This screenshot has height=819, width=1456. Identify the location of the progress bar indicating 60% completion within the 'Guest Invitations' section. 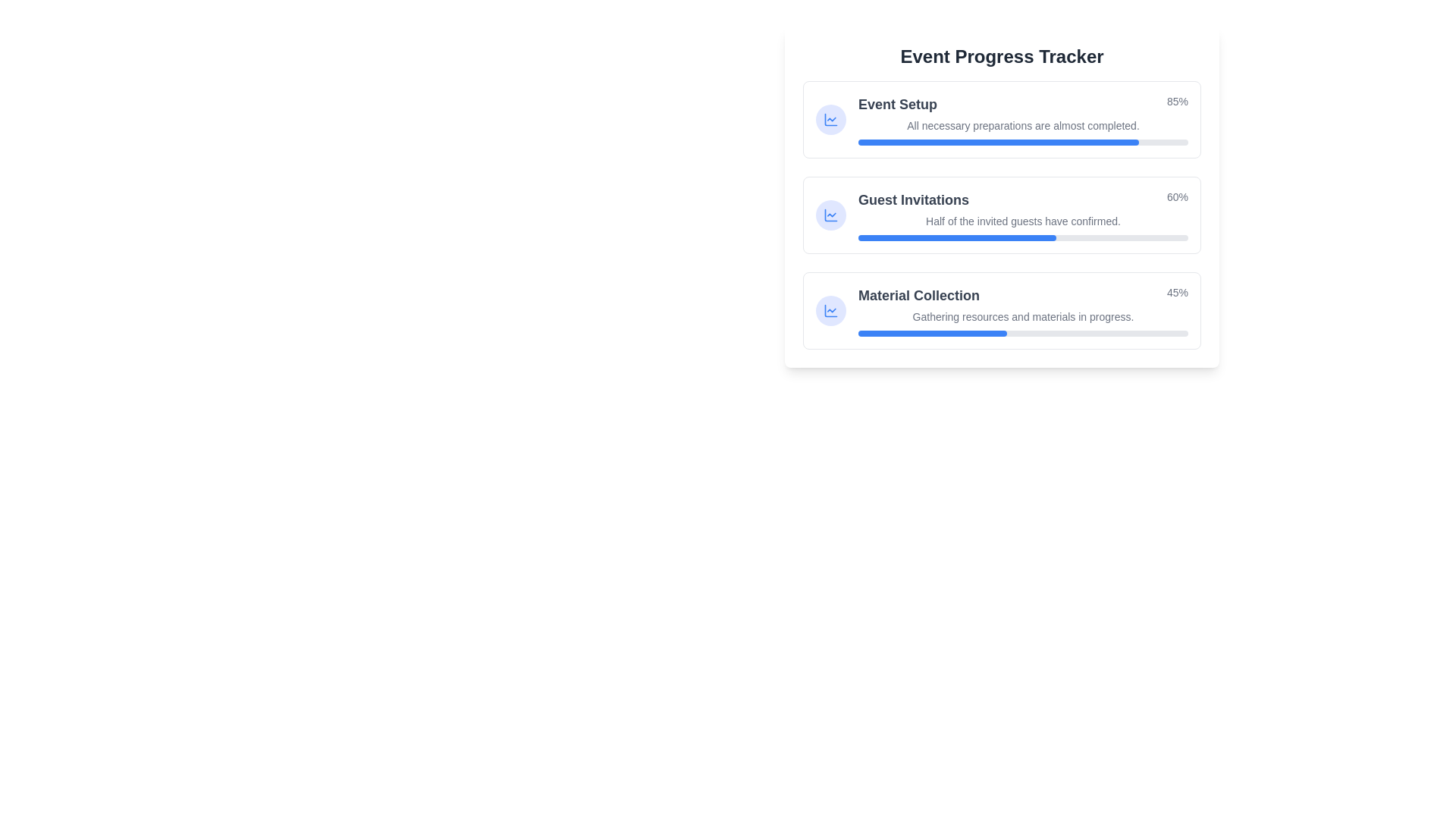
(956, 237).